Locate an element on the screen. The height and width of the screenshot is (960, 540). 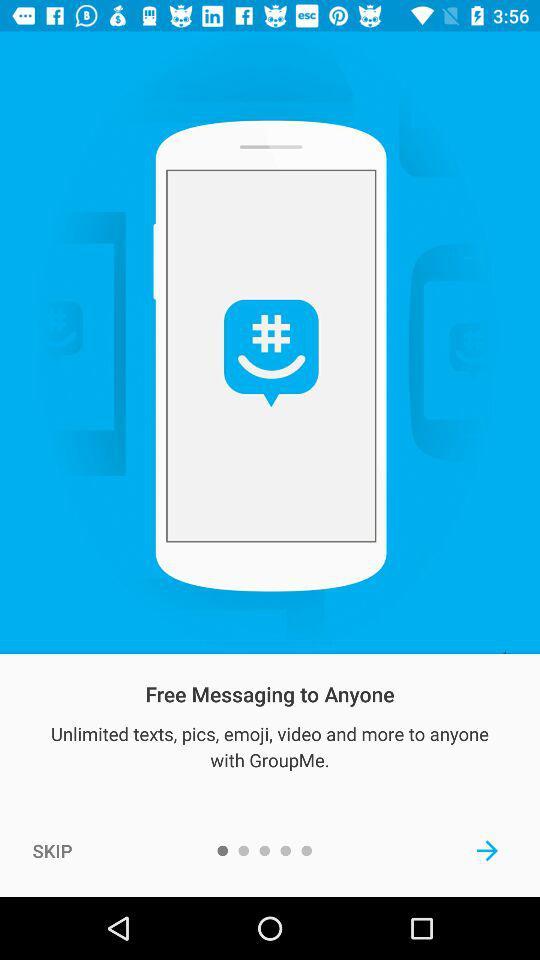
the item below the unlimited texts pics is located at coordinates (52, 849).